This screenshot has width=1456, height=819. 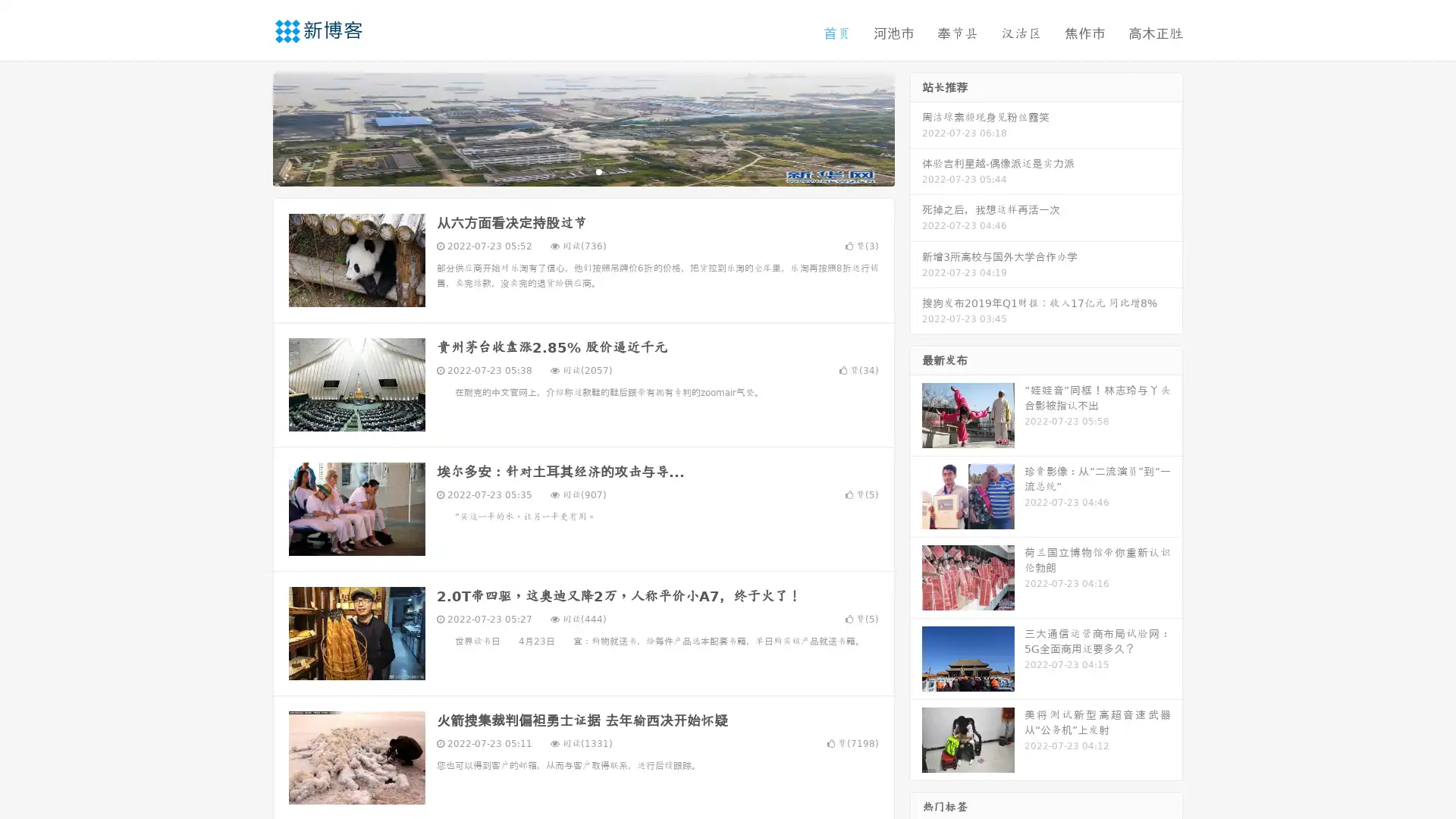 I want to click on Previous slide, so click(x=250, y=127).